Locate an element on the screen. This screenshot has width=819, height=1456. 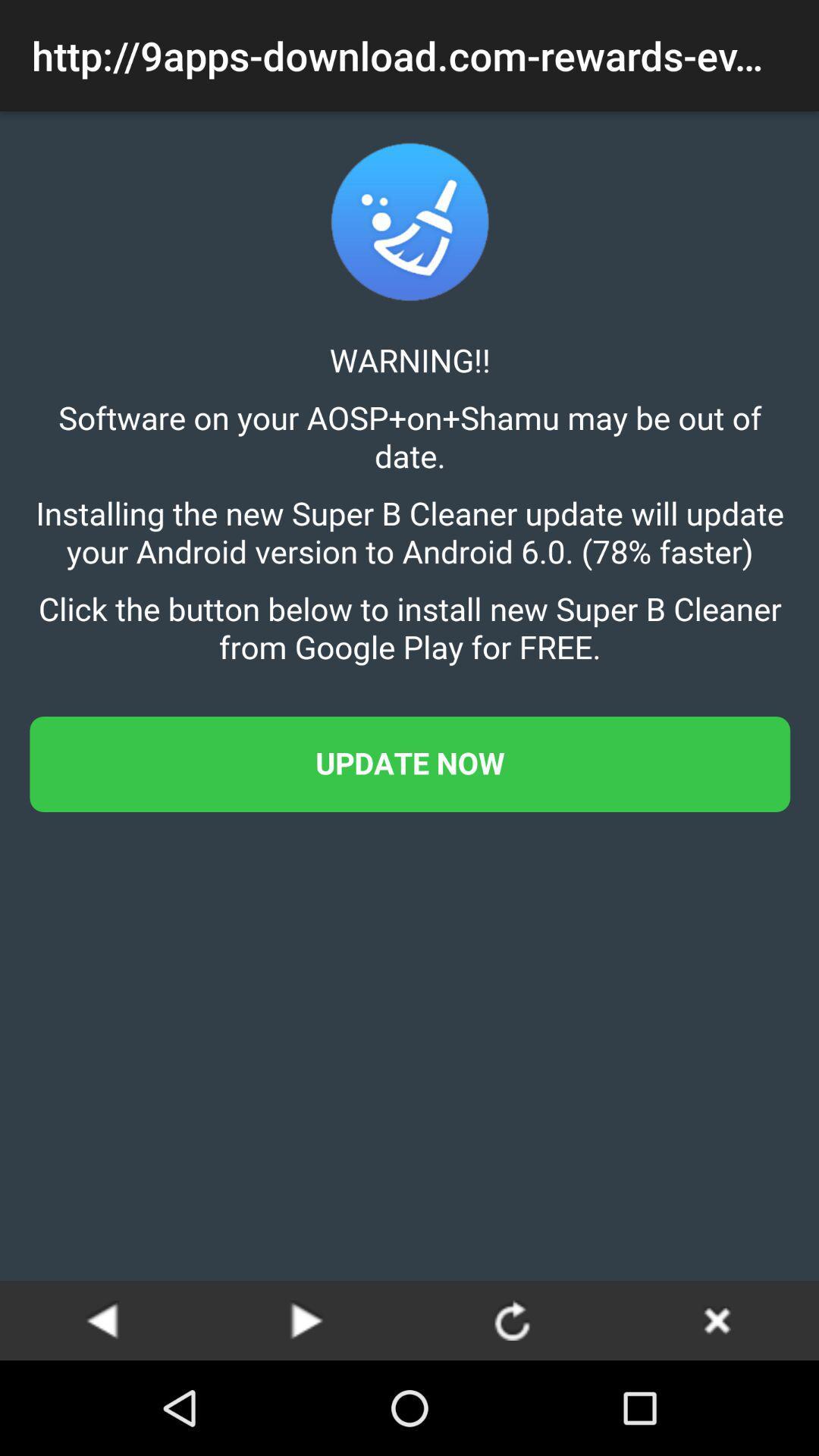
previous is located at coordinates (102, 1319).